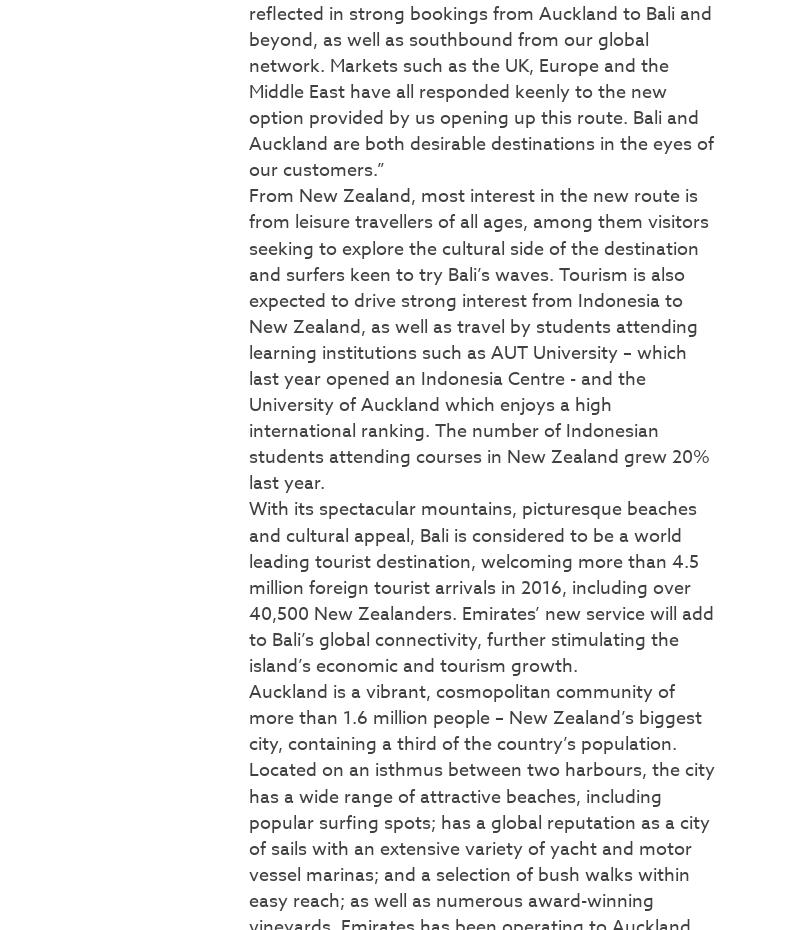  What do you see at coordinates (319, 364) in the screenshot?
I see `'Sustainability'` at bounding box center [319, 364].